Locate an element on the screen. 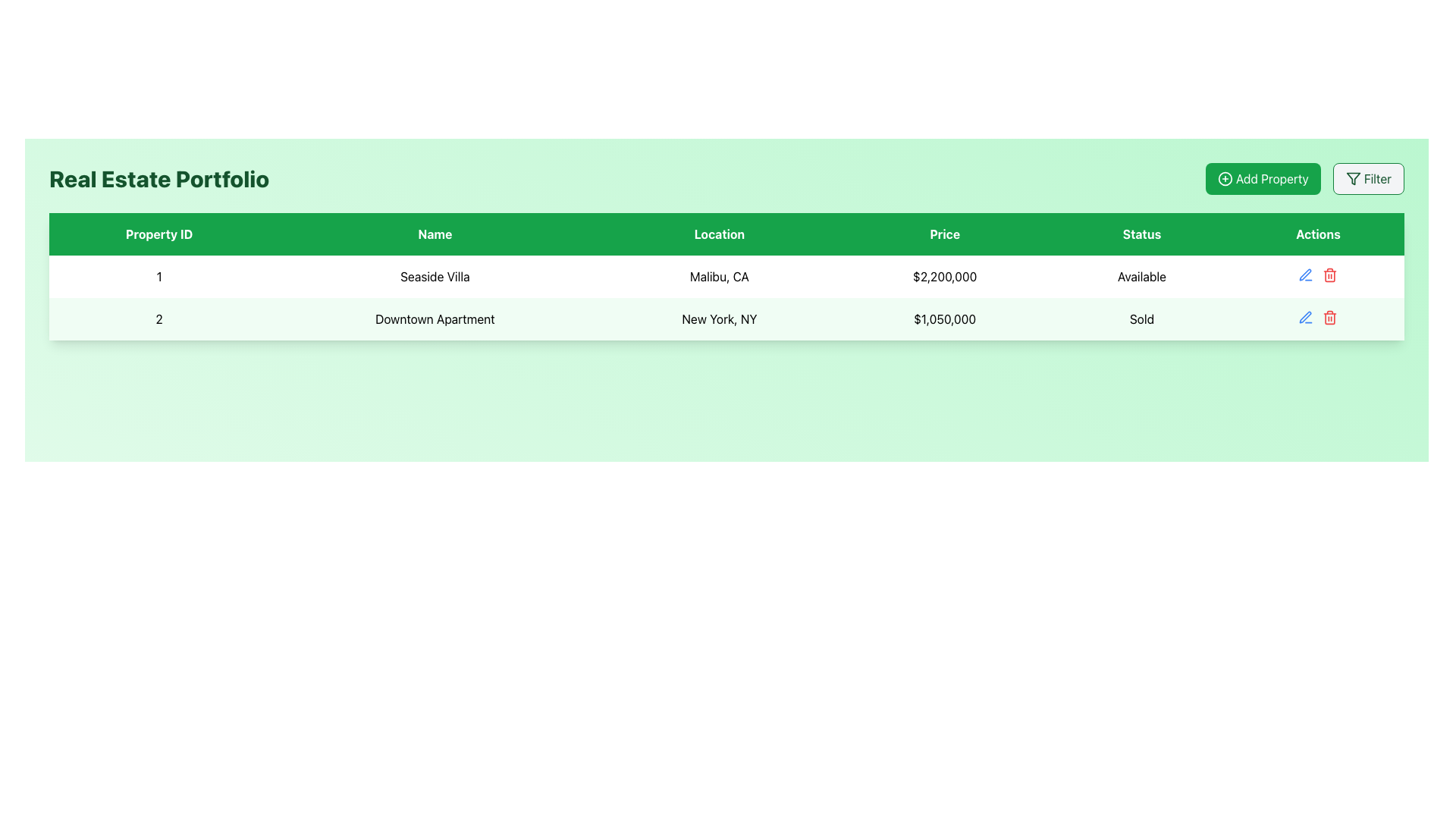 This screenshot has height=819, width=1456. the text label displaying 'Available' in the fifth column of the row for 'Seaside Villa' in the 'Status' column of the table is located at coordinates (1141, 277).